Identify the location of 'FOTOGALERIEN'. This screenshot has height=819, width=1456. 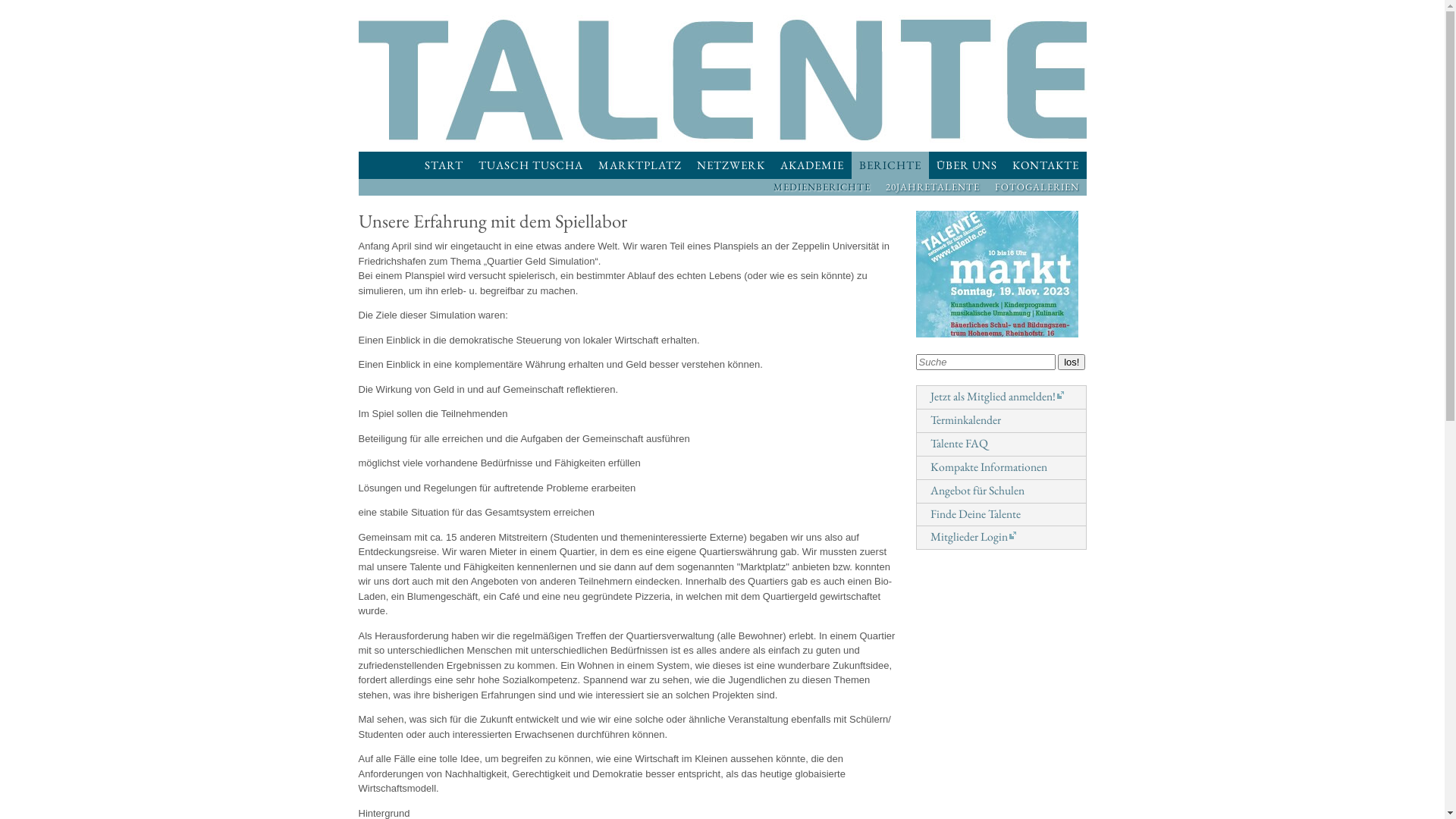
(1036, 186).